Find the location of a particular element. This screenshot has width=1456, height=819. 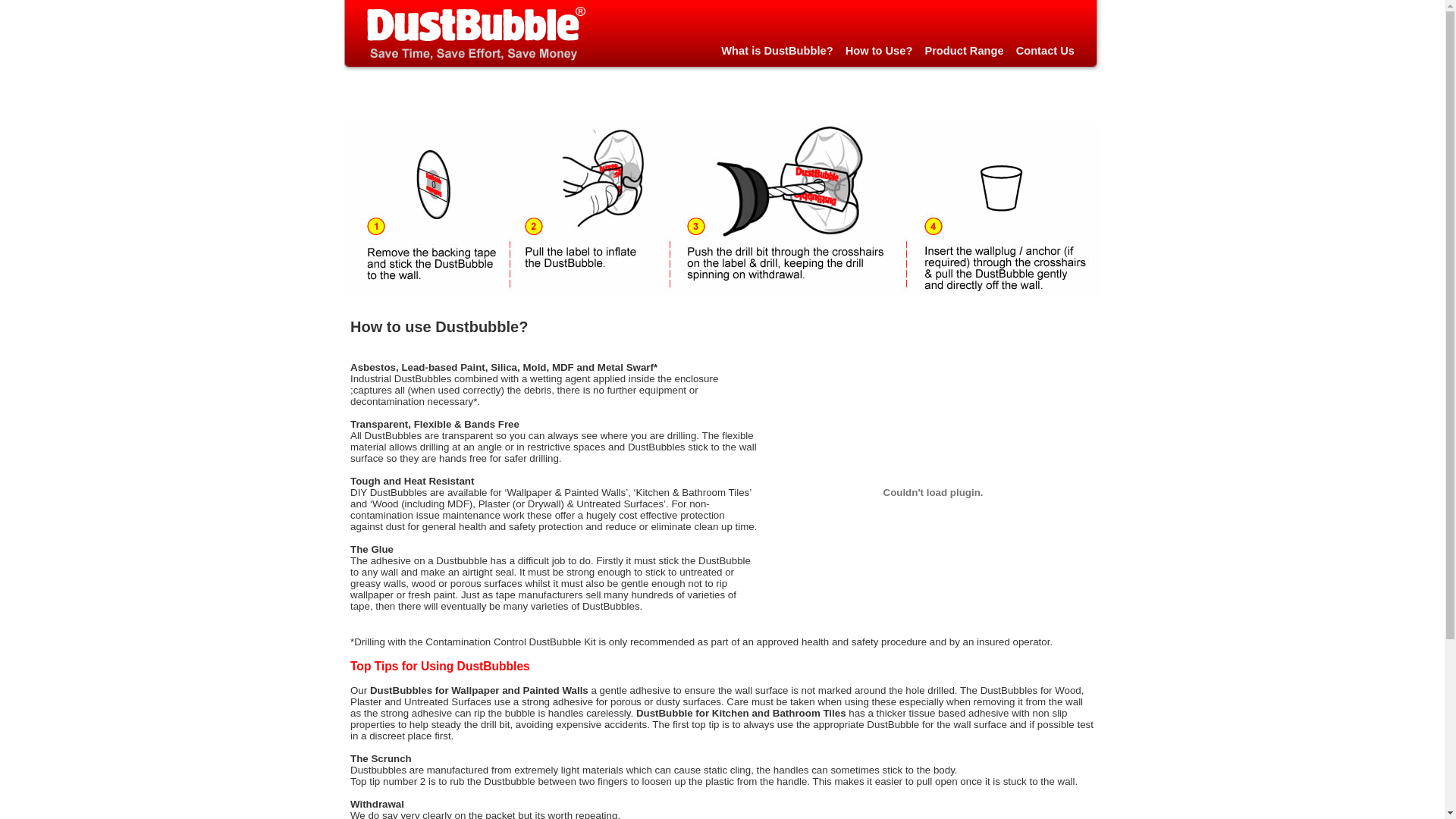

'What is DustBubble?' is located at coordinates (783, 49).